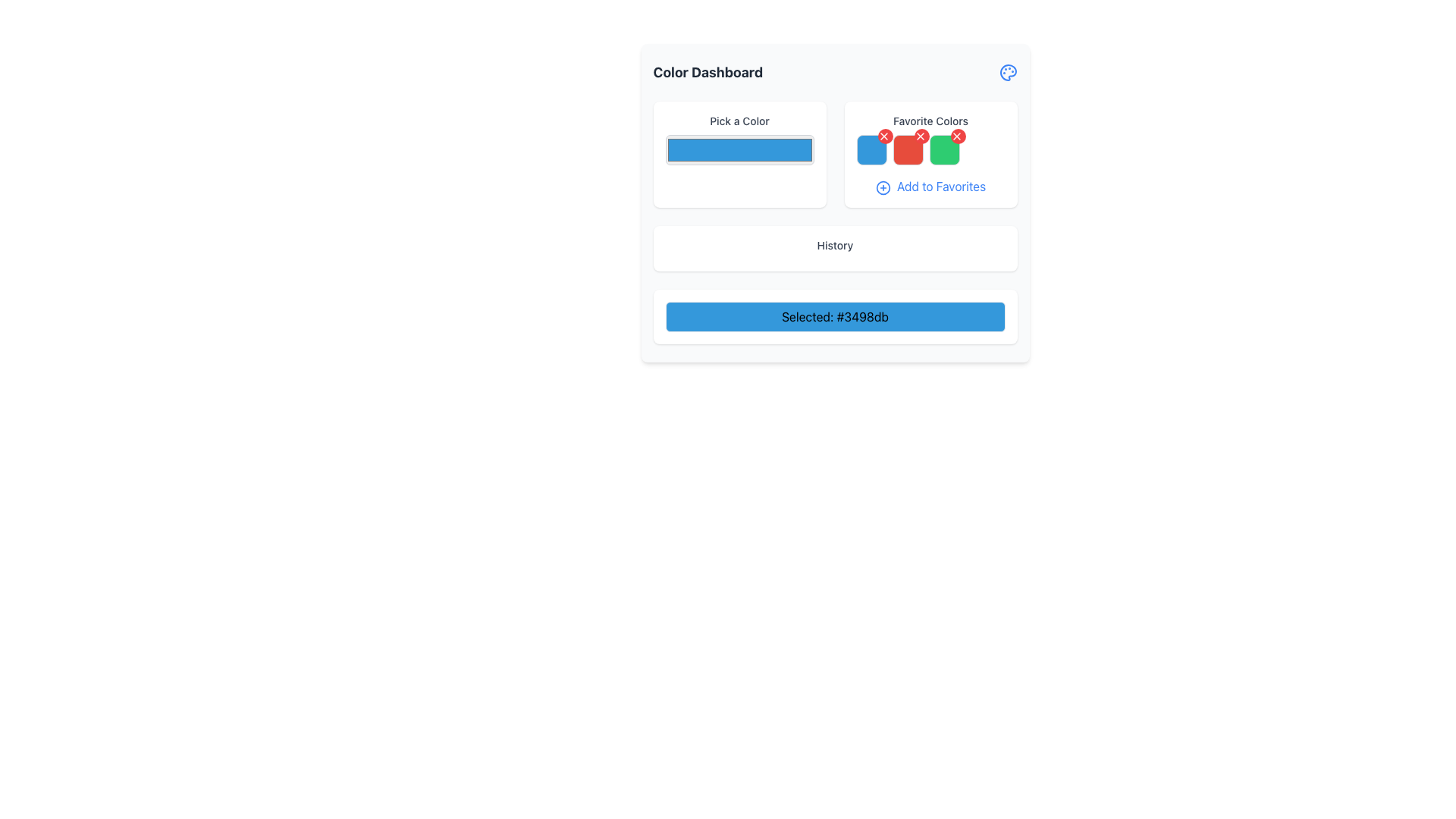 The width and height of the screenshot is (1456, 819). I want to click on the heading text element labeled 'Color Dashboard', which is positioned in the top-left corner of a card layout, adjacent to a color palette icon, so click(707, 73).